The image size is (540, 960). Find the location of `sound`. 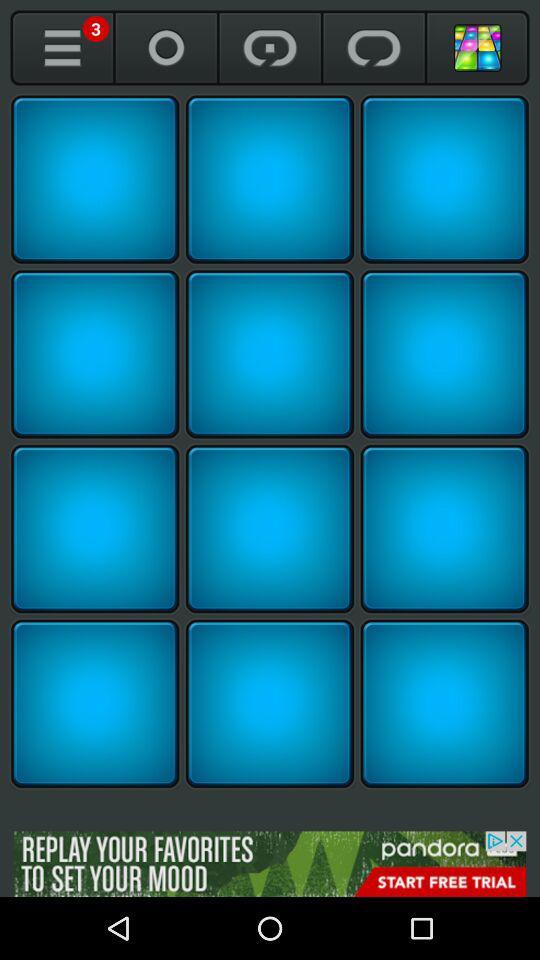

sound is located at coordinates (94, 703).